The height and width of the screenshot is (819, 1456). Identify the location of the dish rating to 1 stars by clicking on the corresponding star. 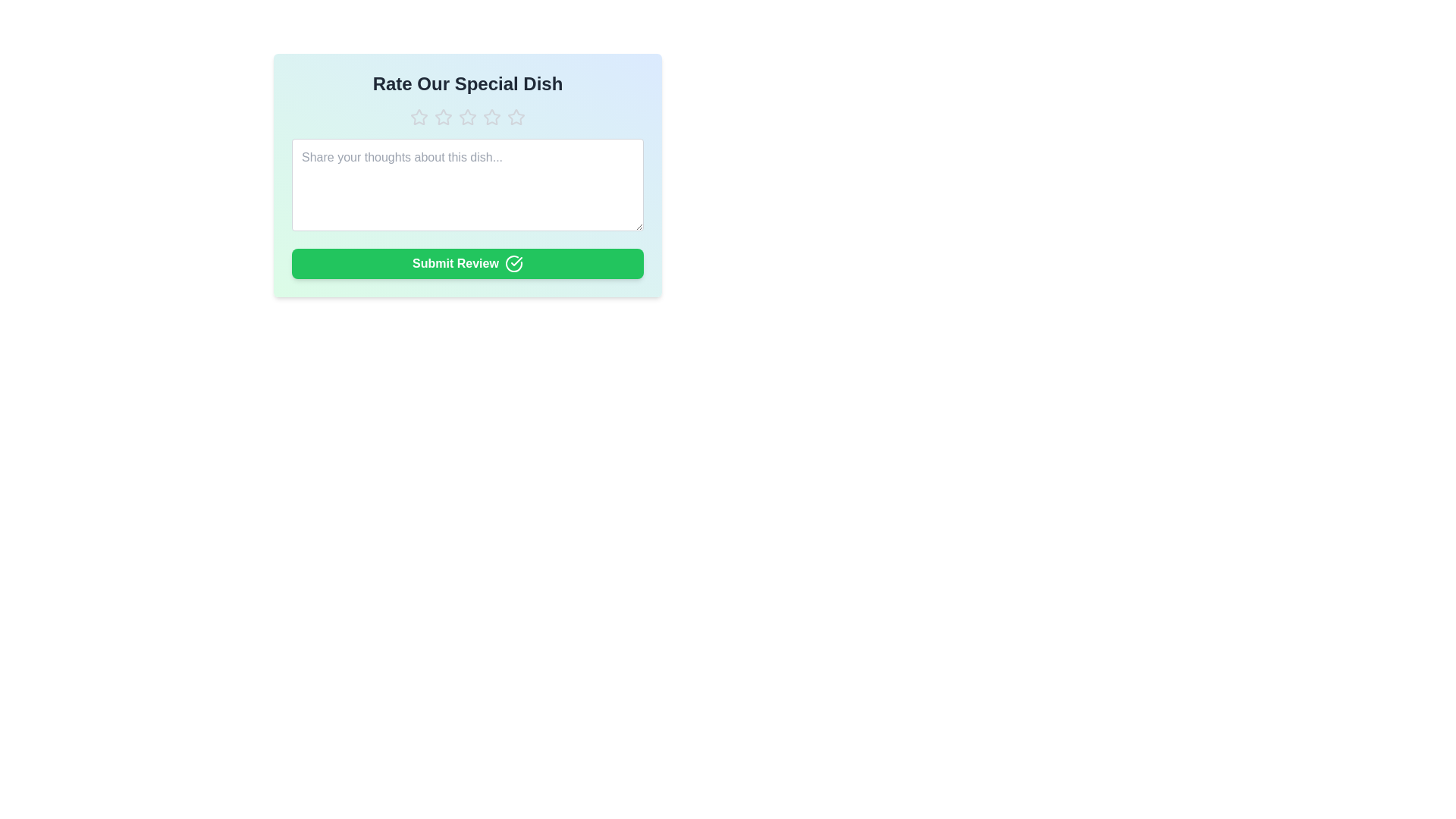
(419, 116).